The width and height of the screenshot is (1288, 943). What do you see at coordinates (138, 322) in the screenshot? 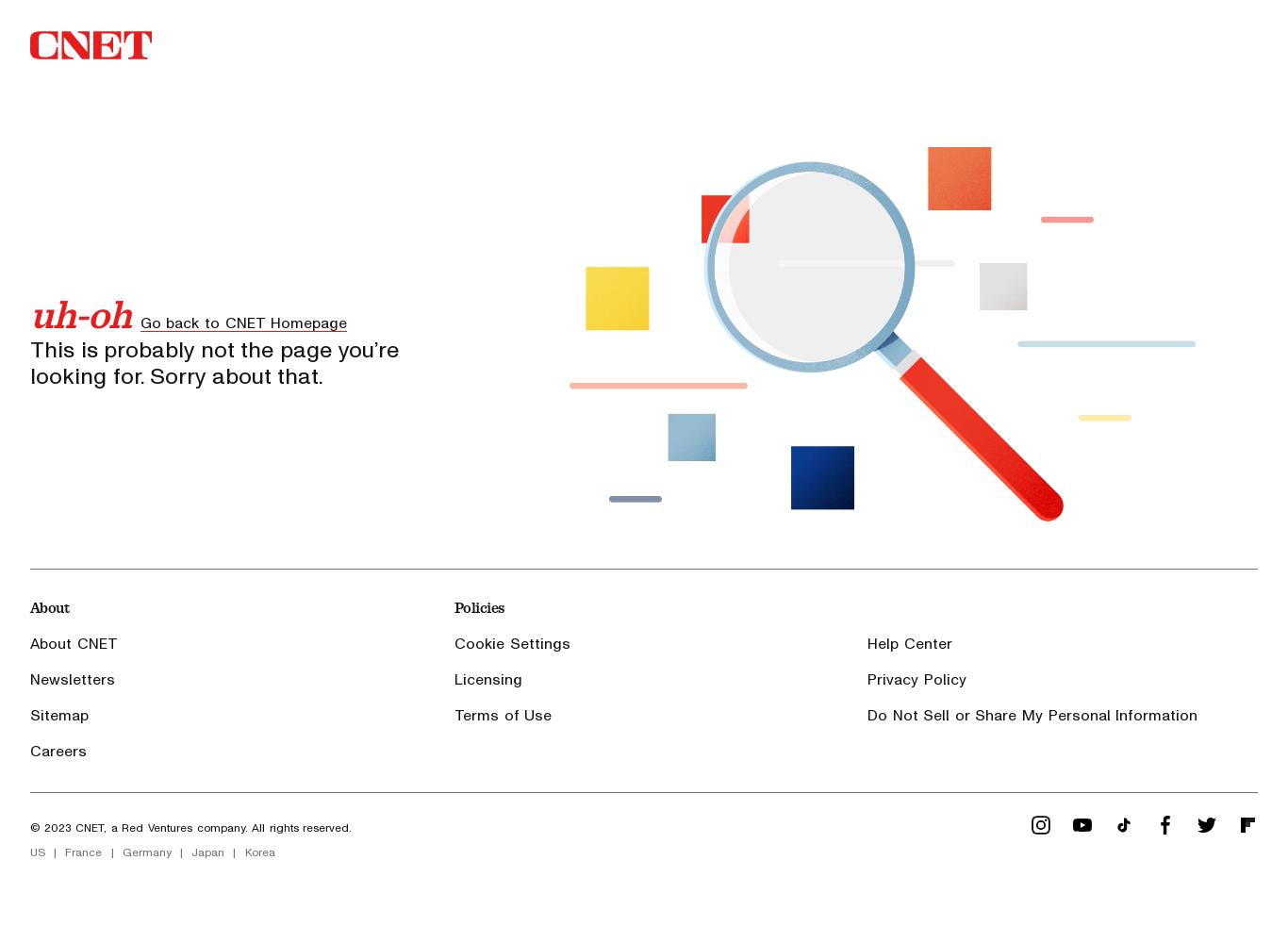
I see `'Go back to CNET Homepage'` at bounding box center [138, 322].